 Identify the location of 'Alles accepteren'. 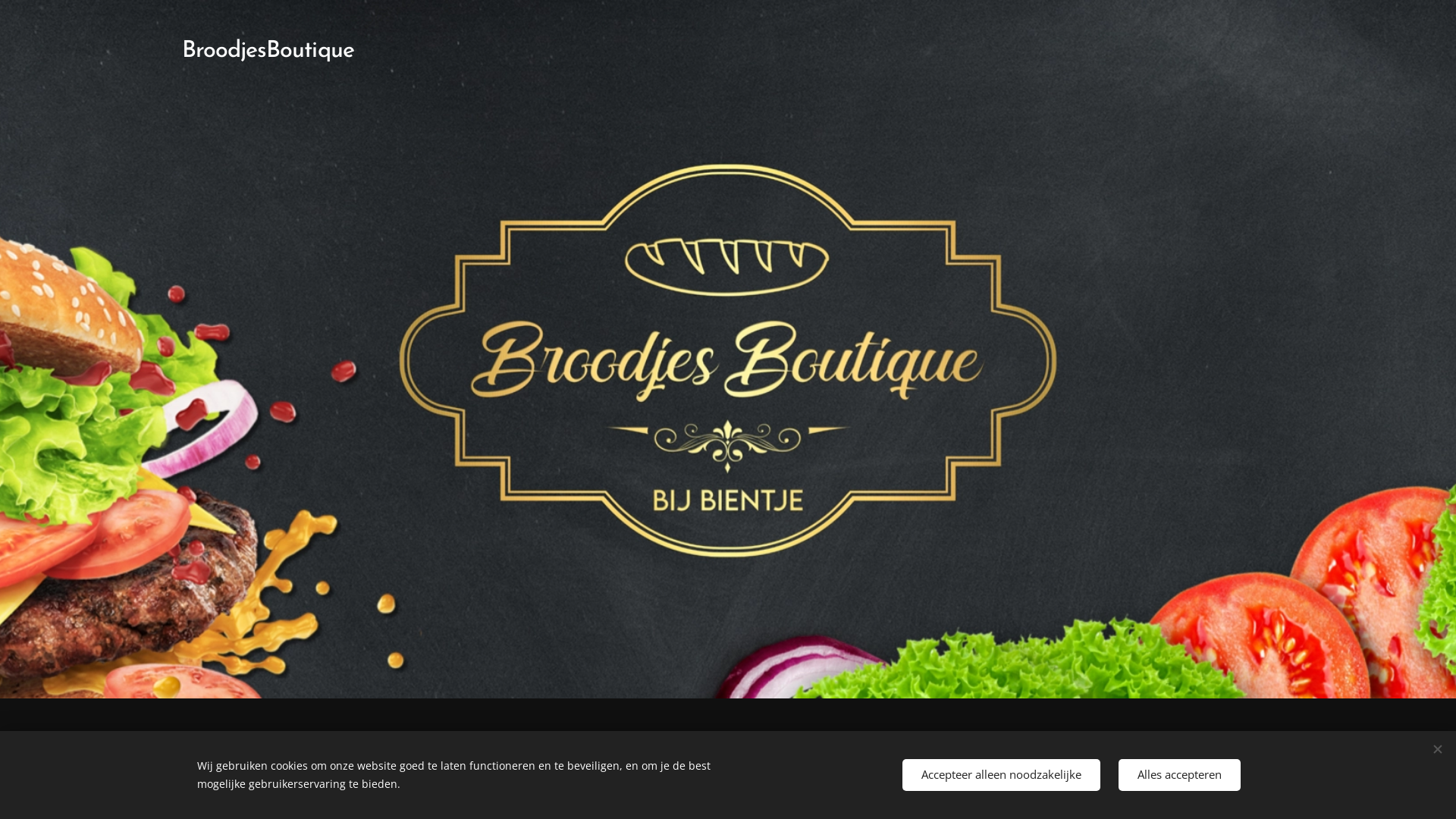
(1178, 774).